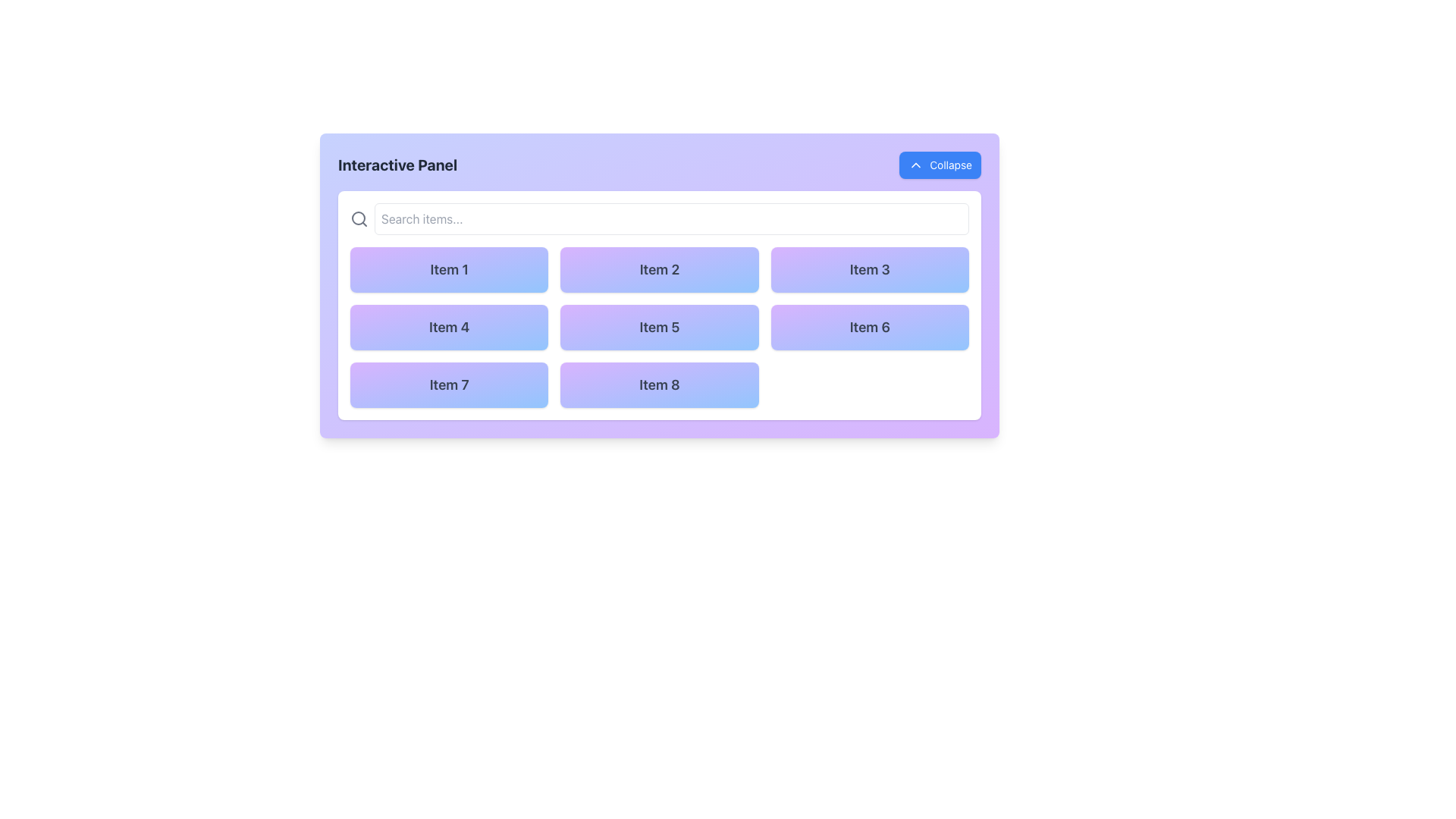 This screenshot has height=819, width=1456. Describe the element at coordinates (659, 326) in the screenshot. I see `the informational text label that identifies the item within the grid layout, centrally aligned in the second column of the second row tile` at that location.